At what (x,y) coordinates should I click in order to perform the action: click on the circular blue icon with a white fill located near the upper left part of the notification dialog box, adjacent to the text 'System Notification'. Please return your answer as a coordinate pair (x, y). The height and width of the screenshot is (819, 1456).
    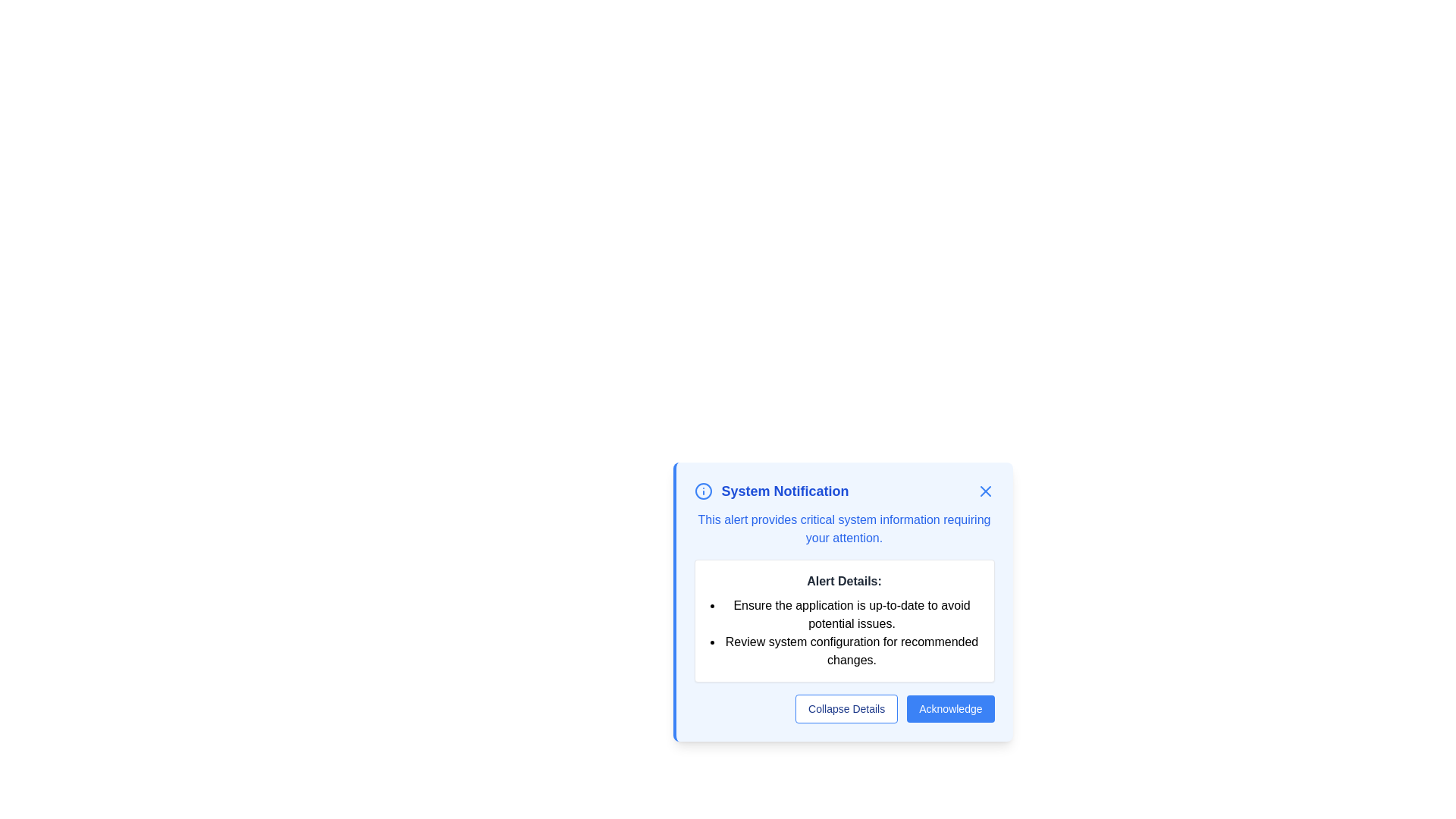
    Looking at the image, I should click on (702, 491).